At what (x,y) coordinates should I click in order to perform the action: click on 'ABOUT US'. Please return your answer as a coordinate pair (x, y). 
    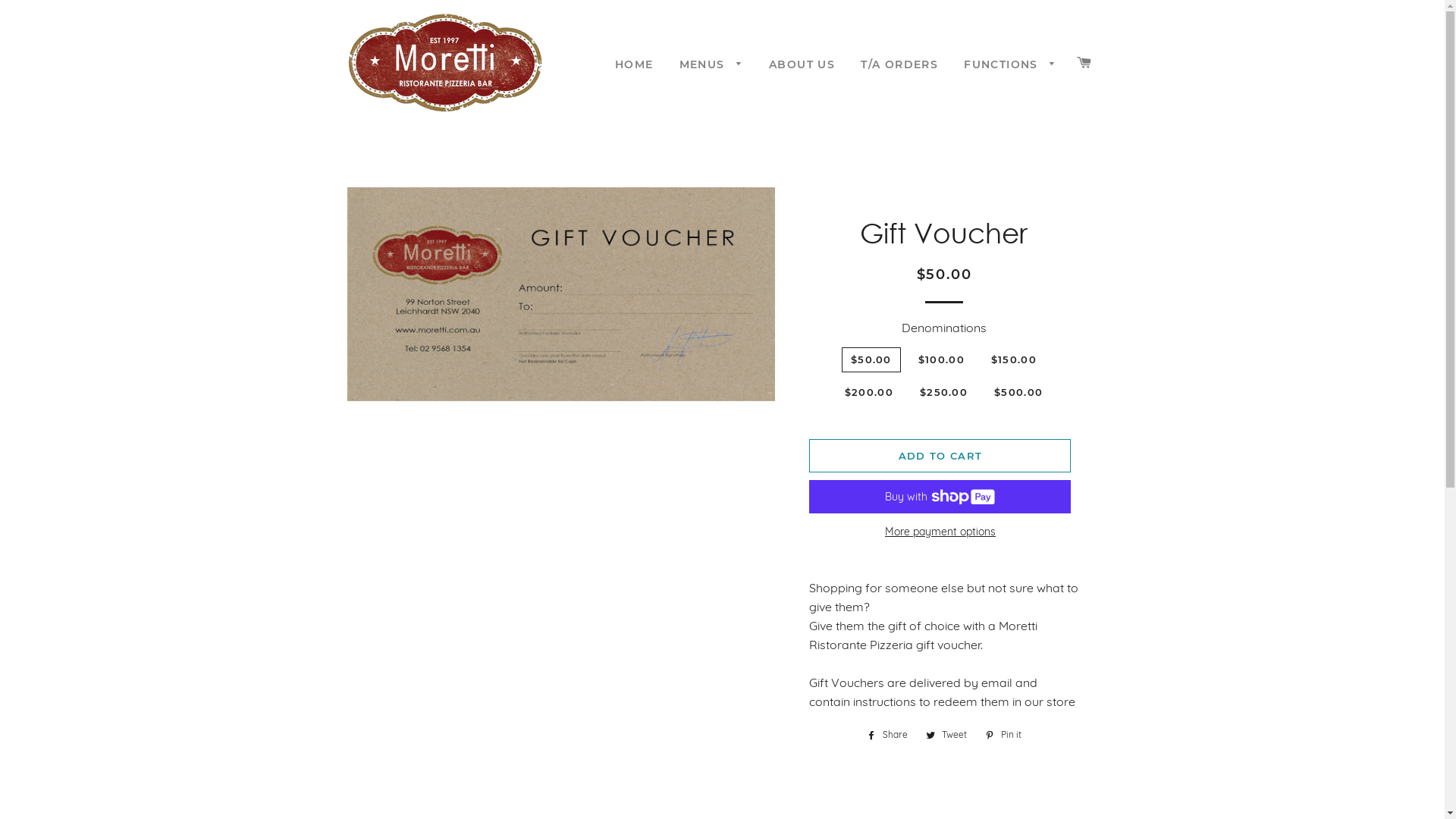
    Looking at the image, I should click on (801, 64).